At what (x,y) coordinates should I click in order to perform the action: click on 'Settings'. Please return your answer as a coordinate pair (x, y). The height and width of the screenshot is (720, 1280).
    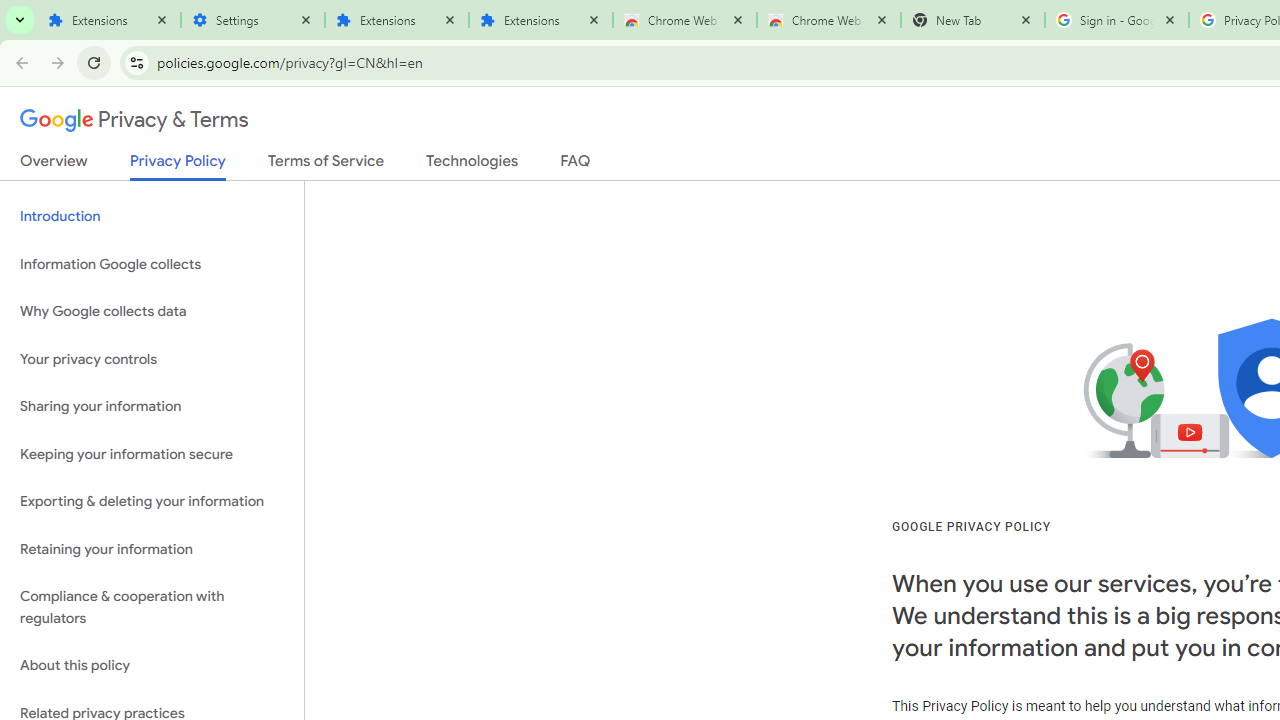
    Looking at the image, I should click on (251, 20).